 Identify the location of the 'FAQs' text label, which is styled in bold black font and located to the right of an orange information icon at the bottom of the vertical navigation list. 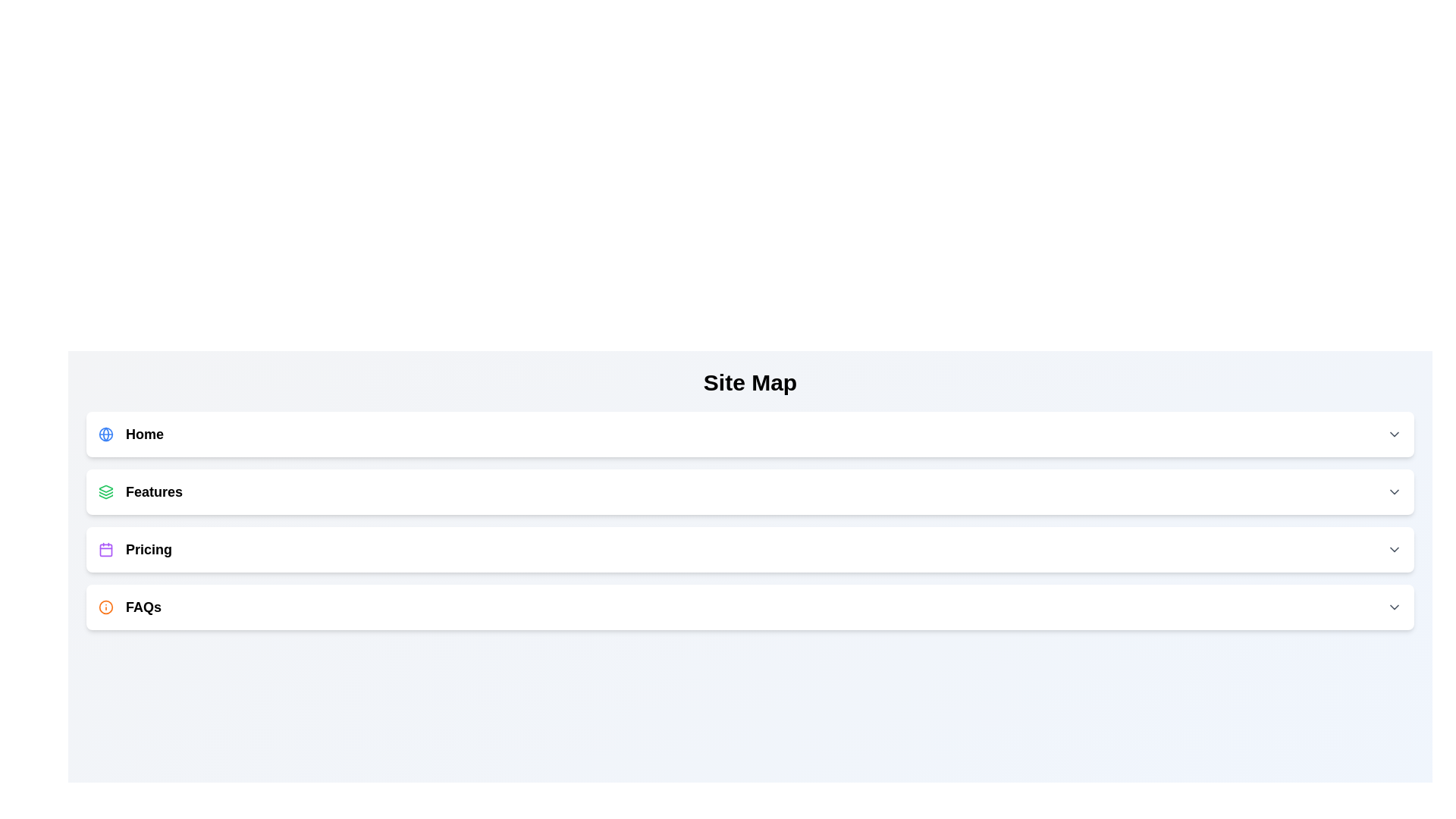
(143, 607).